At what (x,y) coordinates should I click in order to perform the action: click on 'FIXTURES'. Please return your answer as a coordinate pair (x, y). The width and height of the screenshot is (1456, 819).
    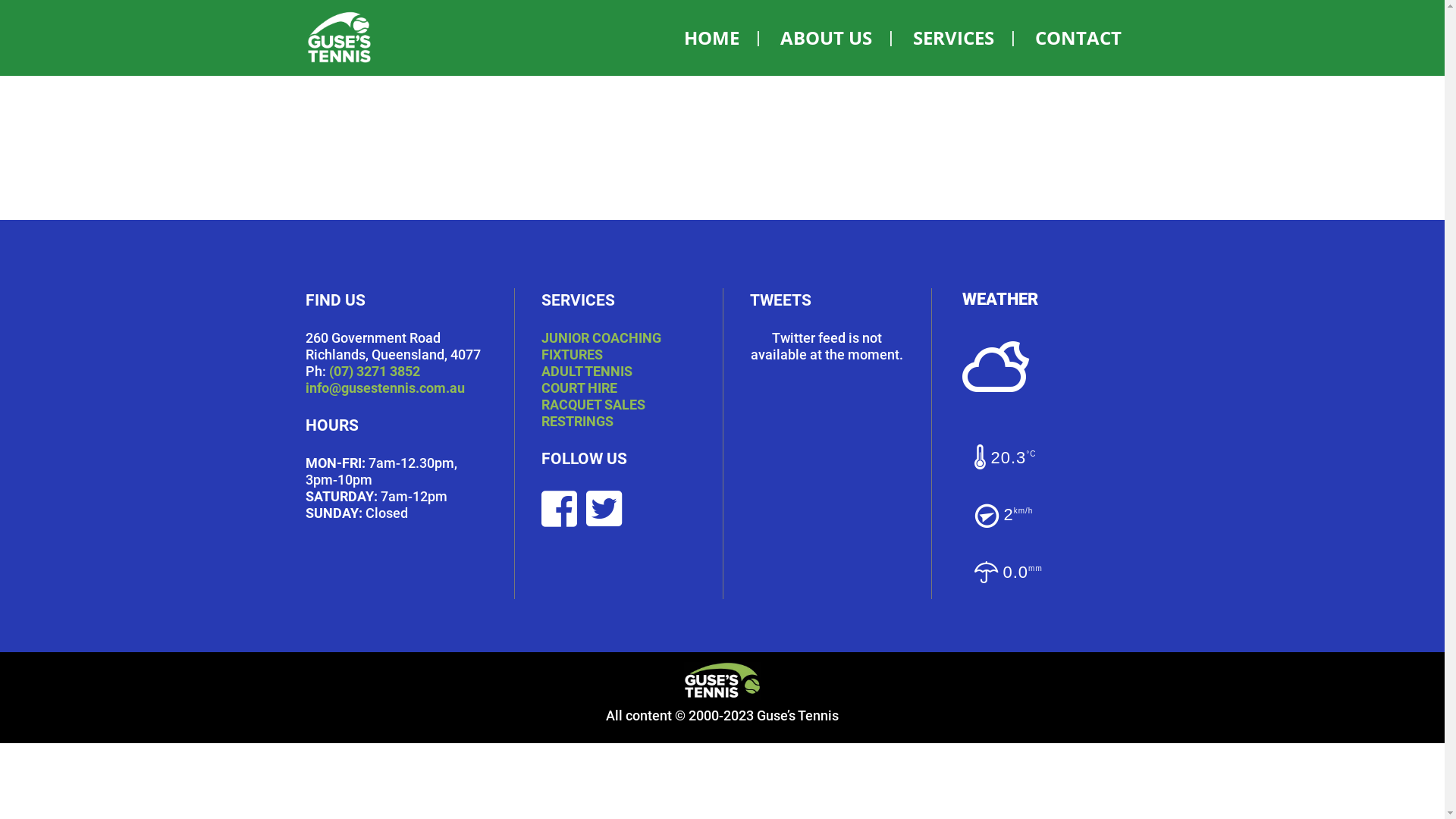
    Looking at the image, I should click on (541, 354).